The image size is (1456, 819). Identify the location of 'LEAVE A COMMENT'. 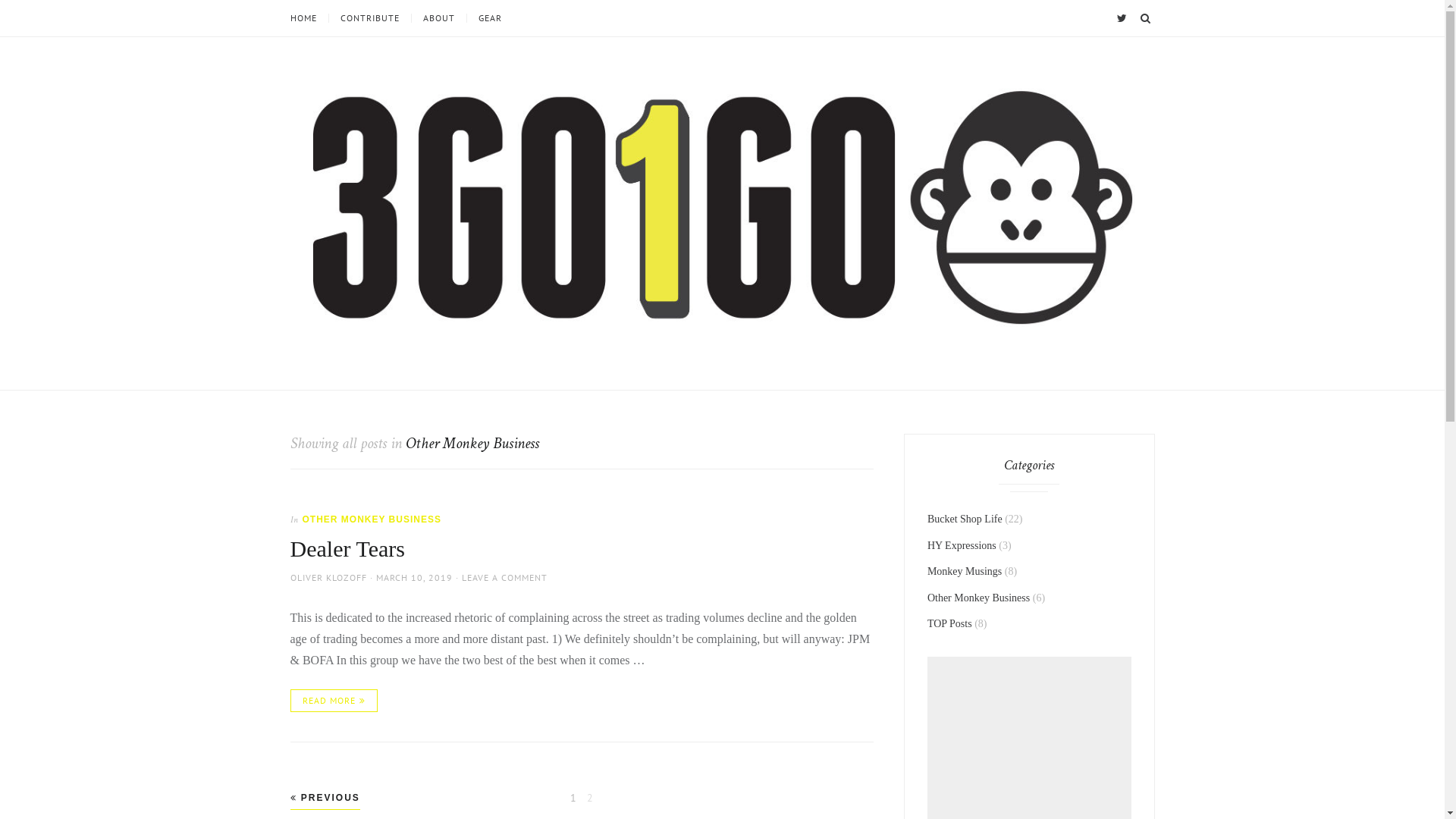
(504, 577).